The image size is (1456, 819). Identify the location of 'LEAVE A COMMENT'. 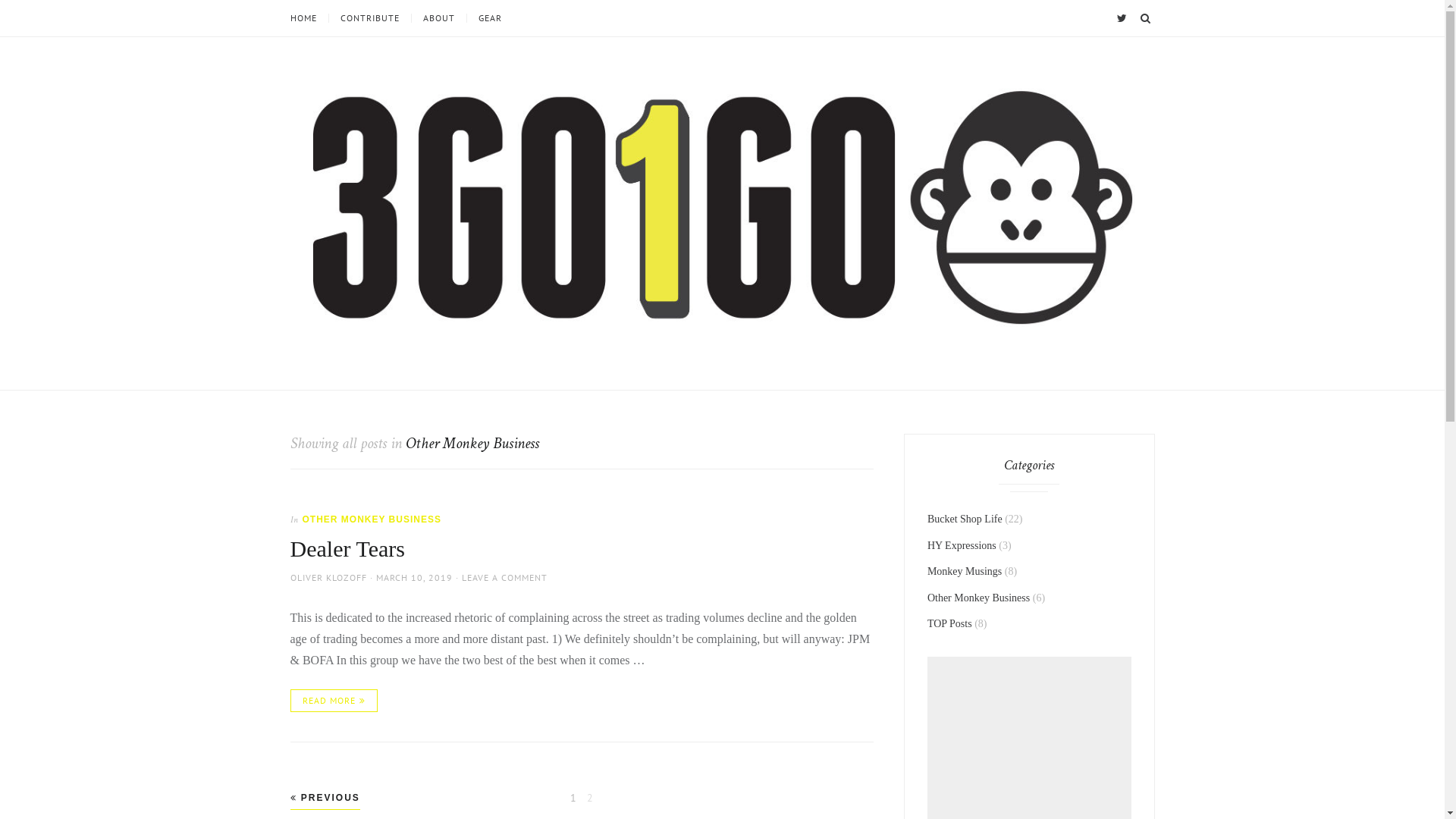
(504, 577).